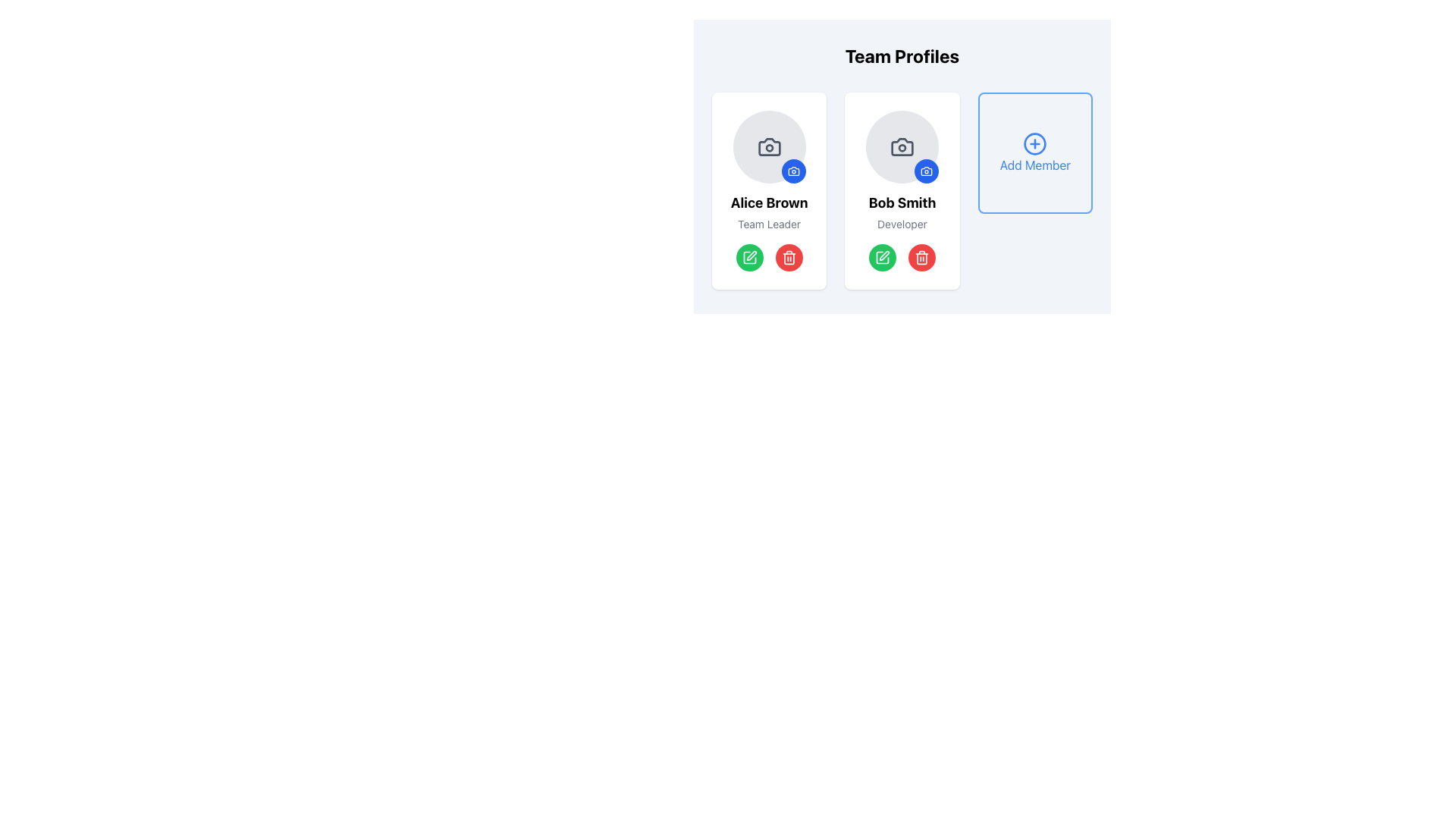 The width and height of the screenshot is (1456, 819). I want to click on the camera icon representing Bob Smith in the Team Profiles section, which is positioned above his name and role, so click(902, 146).